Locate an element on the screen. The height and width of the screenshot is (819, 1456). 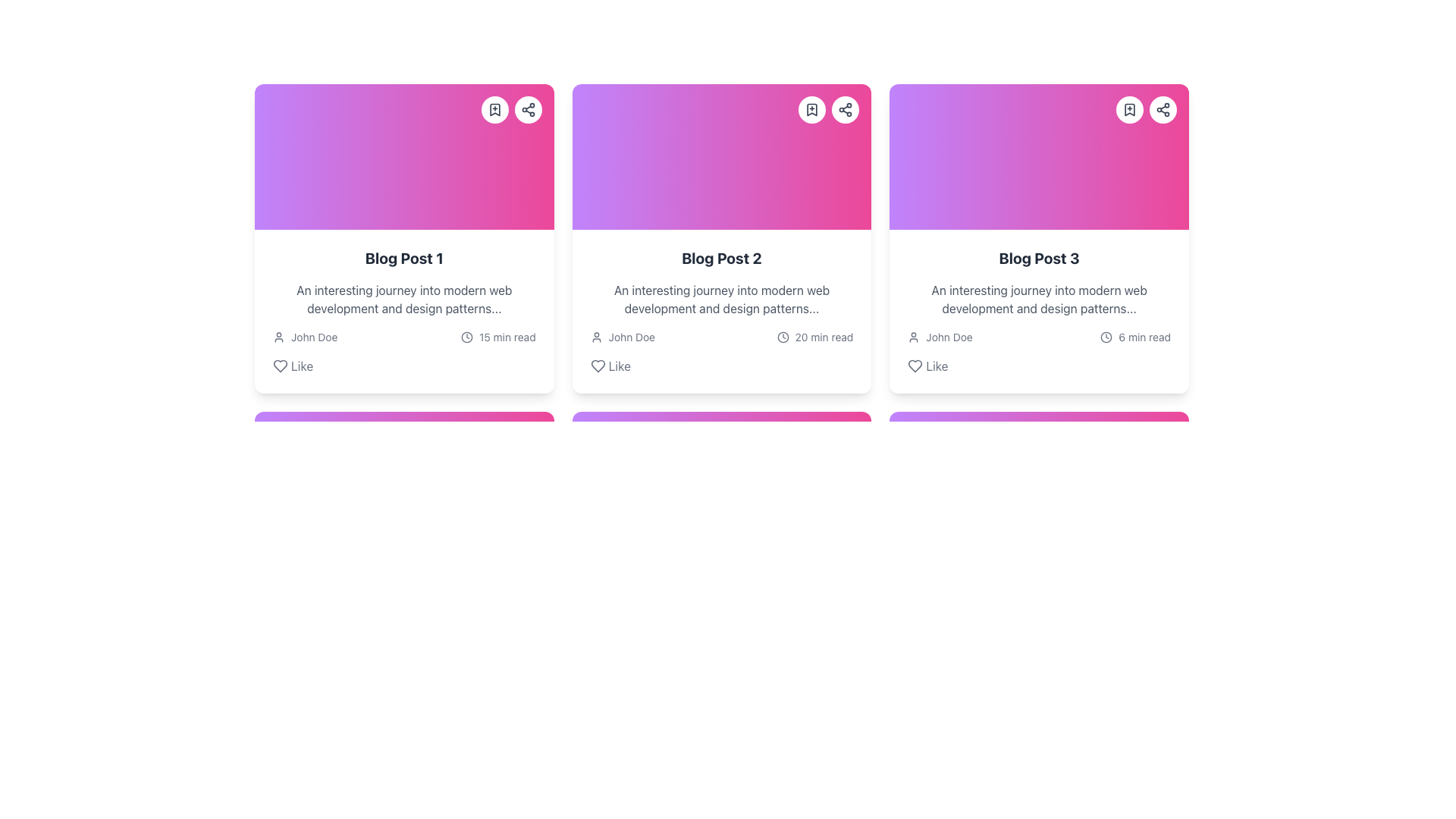
text block styled with a gray font color that reads: 'An interesting journey into modern web development and design patterns...' located within the card titled 'Blog Post 1' is located at coordinates (404, 299).